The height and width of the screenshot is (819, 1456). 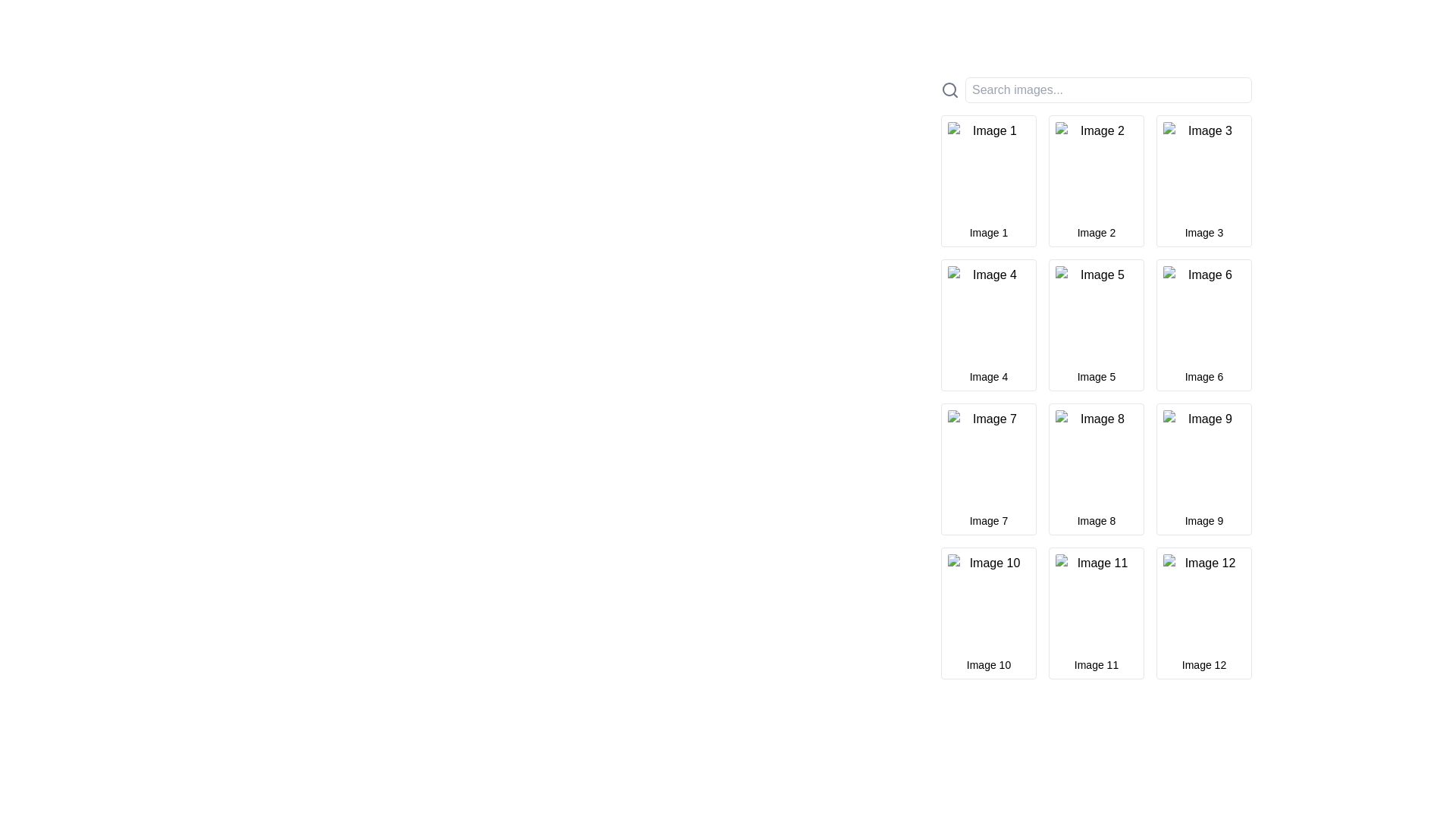 I want to click on the image placeholder component located at the first position in the grid structure, between 'Image 1' and 'Image 3', so click(x=1096, y=170).